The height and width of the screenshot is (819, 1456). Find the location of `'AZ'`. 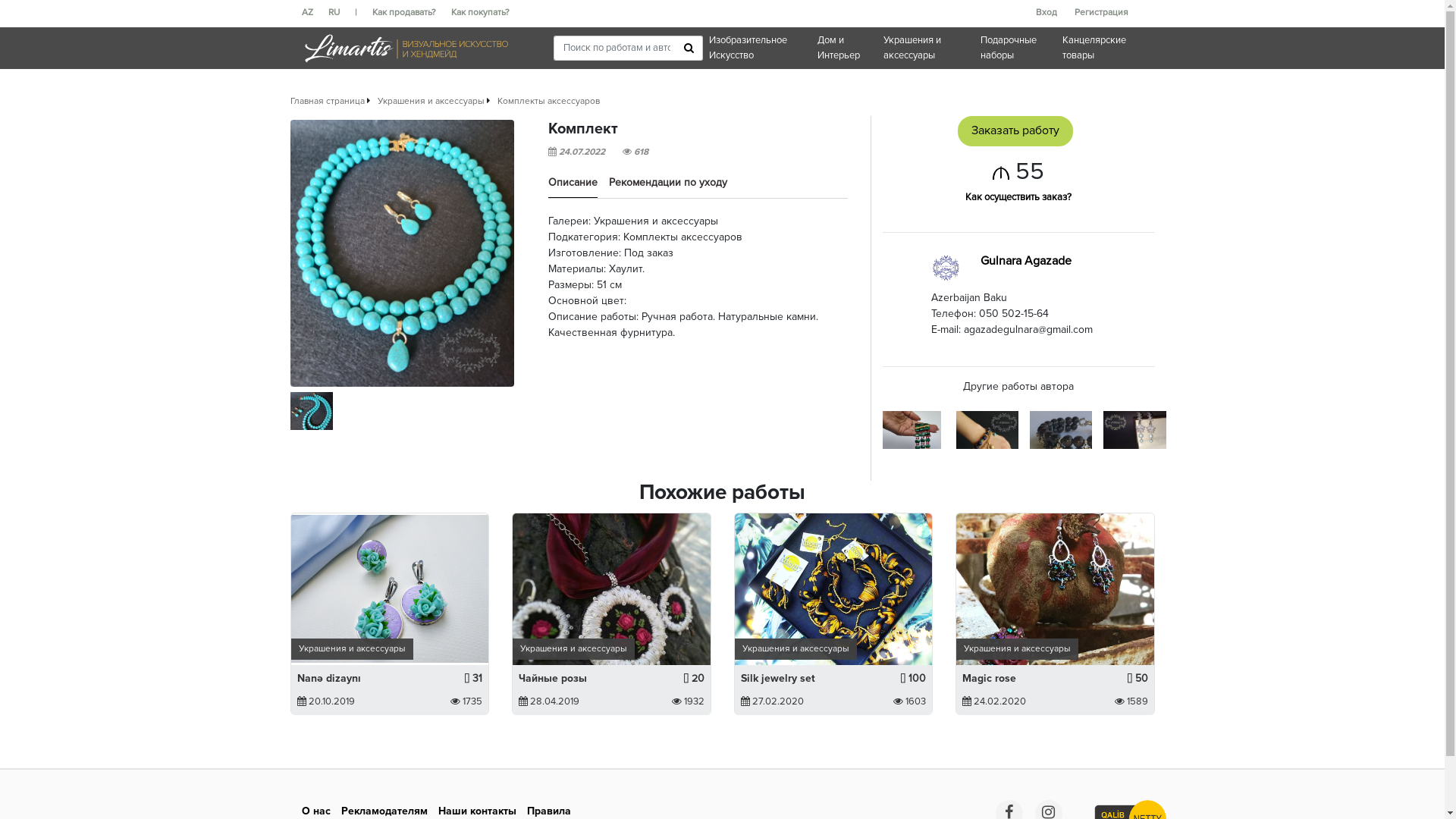

'AZ' is located at coordinates (314, 12).